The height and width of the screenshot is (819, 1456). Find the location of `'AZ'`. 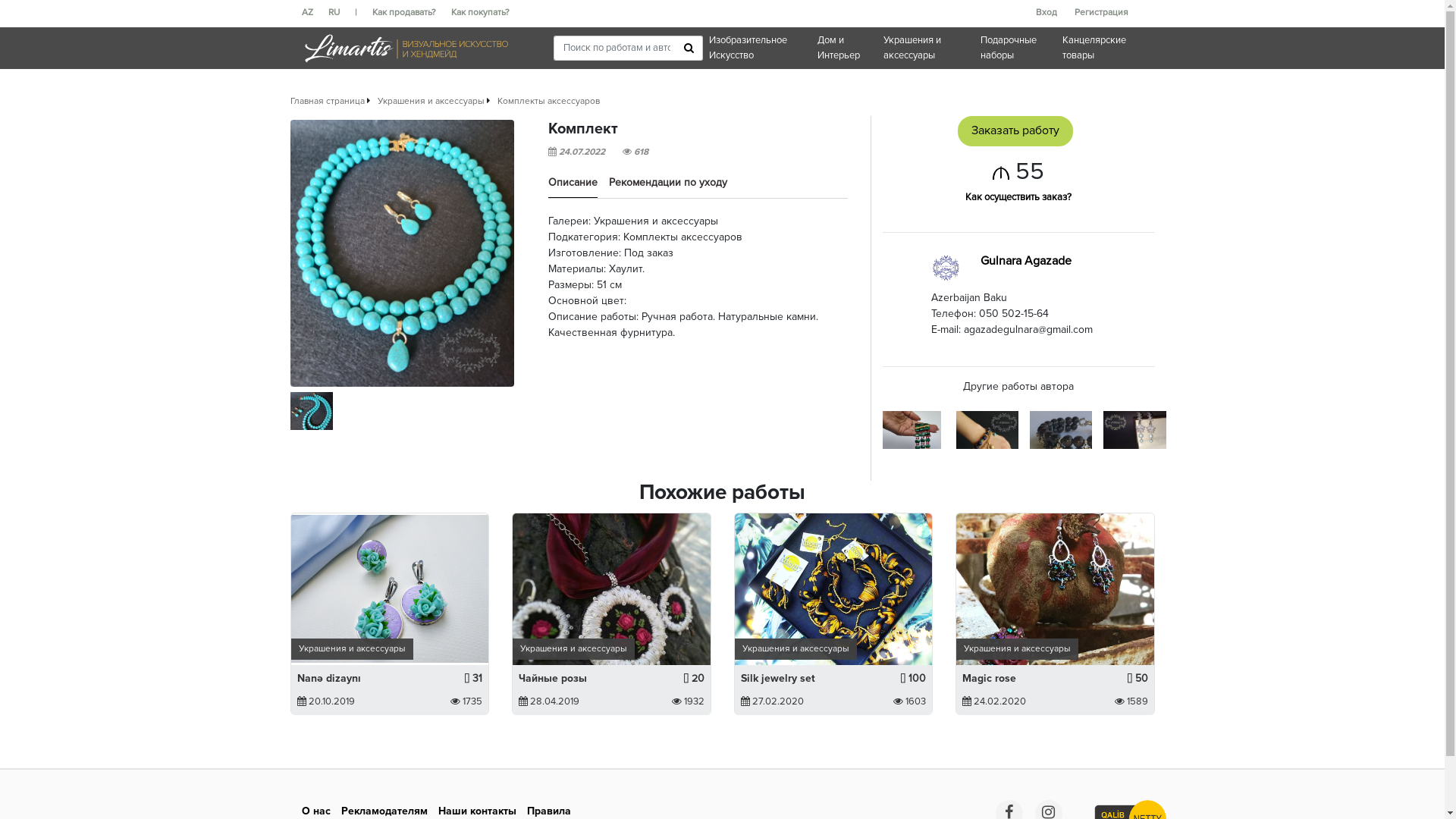

'AZ' is located at coordinates (314, 12).